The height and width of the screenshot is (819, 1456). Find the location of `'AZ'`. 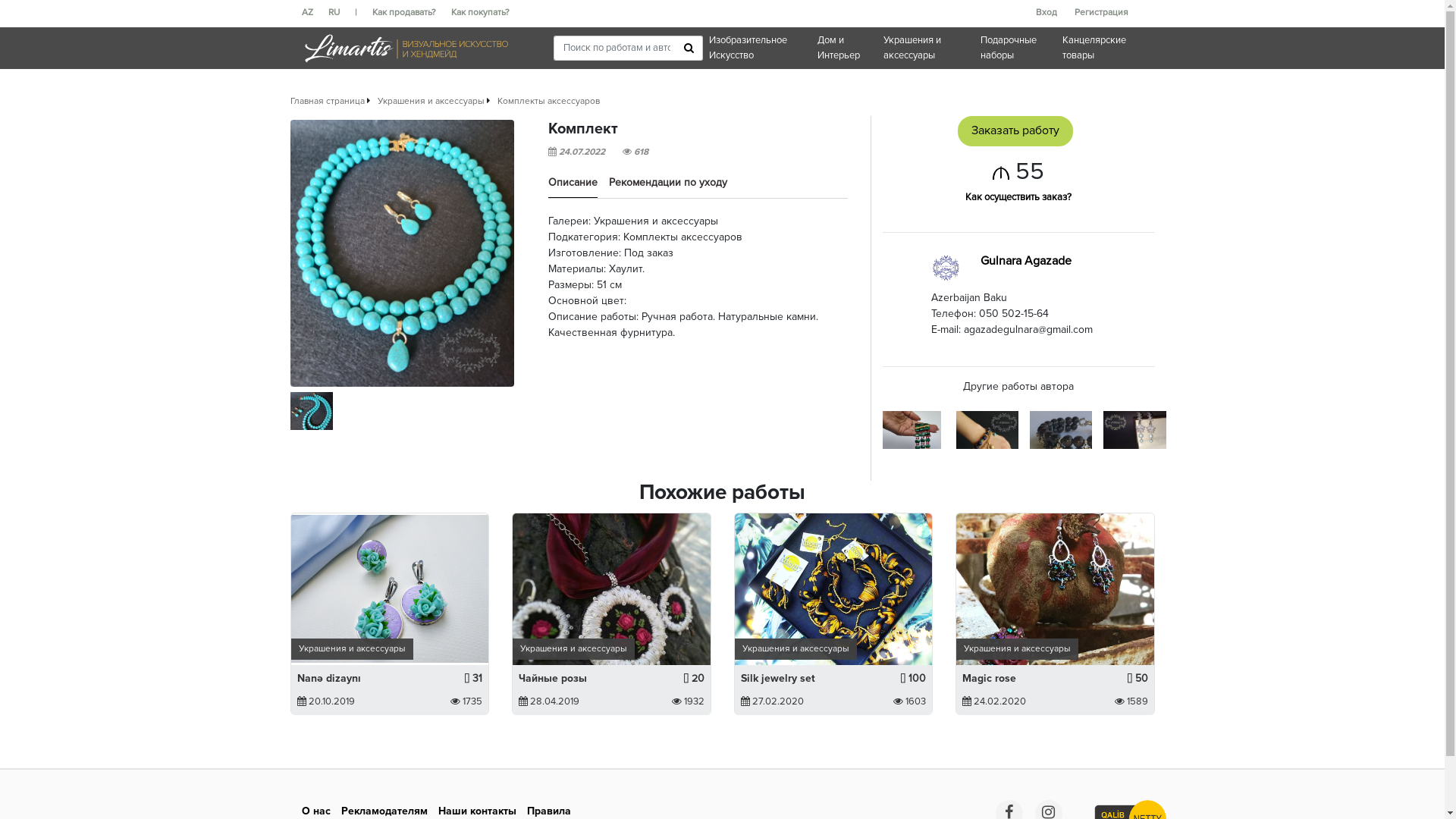

'AZ' is located at coordinates (314, 12).